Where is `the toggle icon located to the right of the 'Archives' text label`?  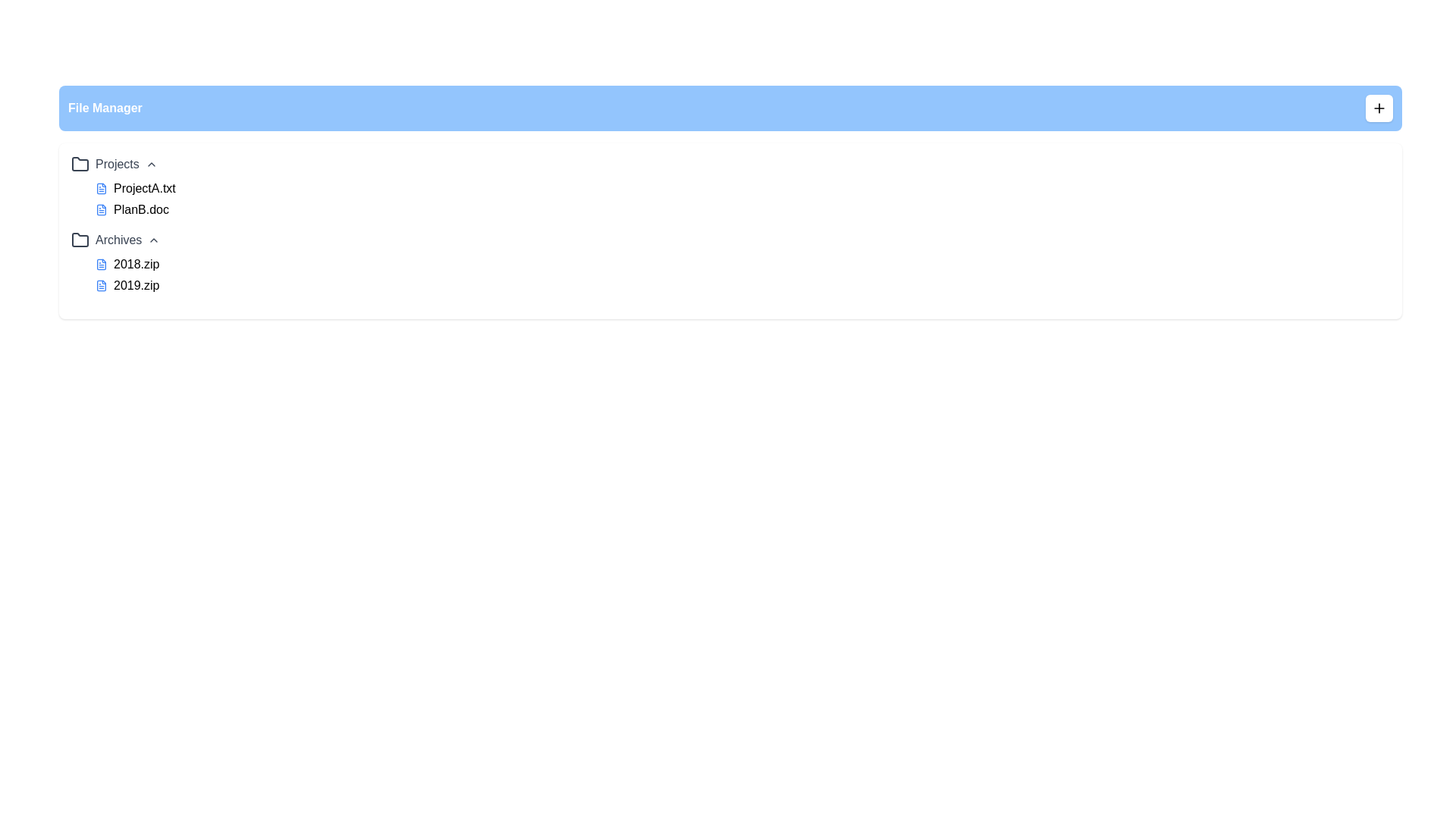
the toggle icon located to the right of the 'Archives' text label is located at coordinates (154, 239).